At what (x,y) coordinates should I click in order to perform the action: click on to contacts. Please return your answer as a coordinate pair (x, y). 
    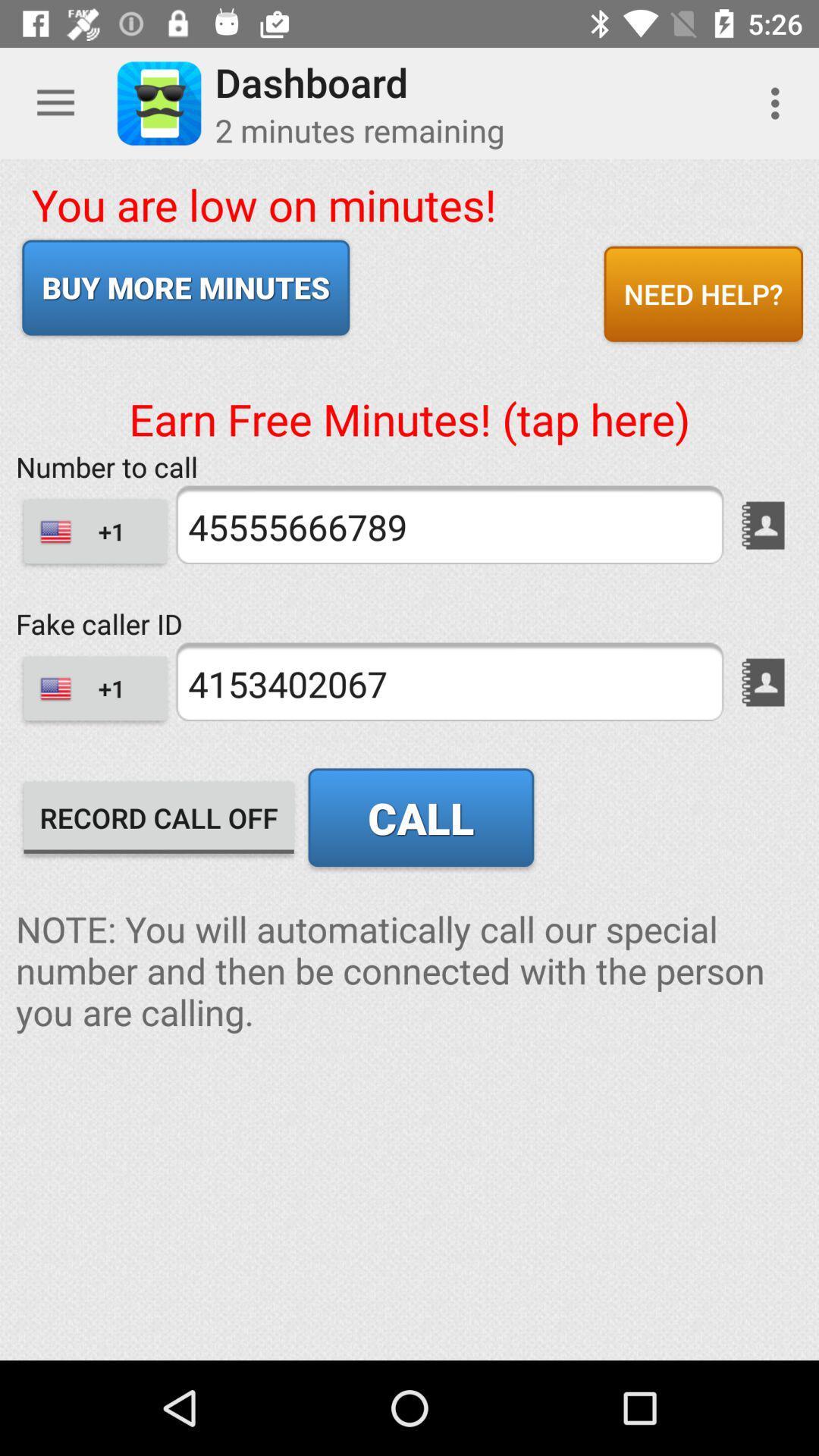
    Looking at the image, I should click on (763, 525).